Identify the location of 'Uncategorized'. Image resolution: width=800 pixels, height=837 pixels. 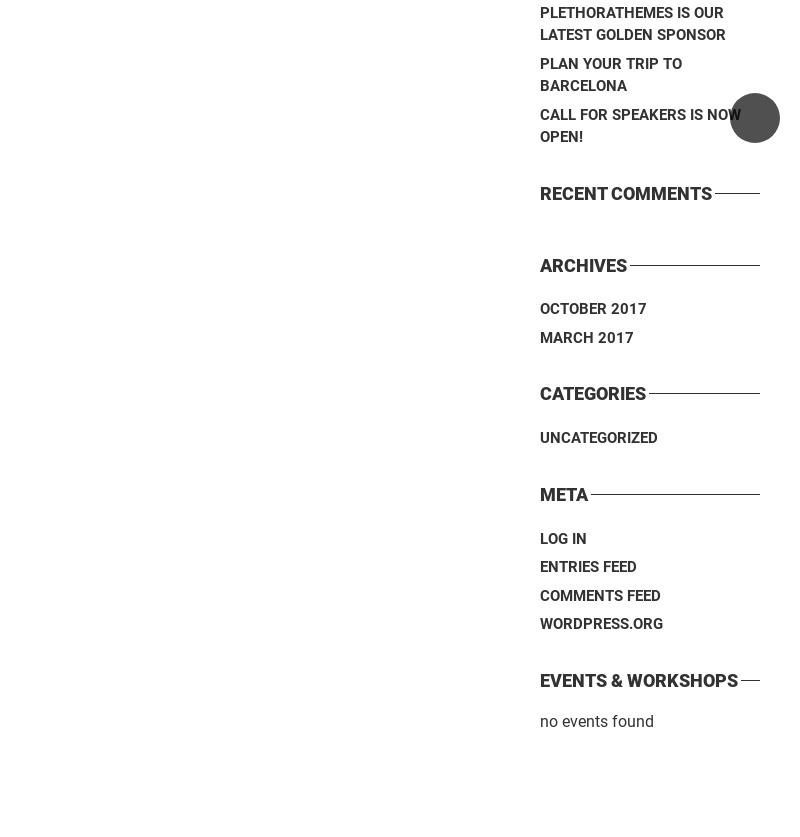
(598, 437).